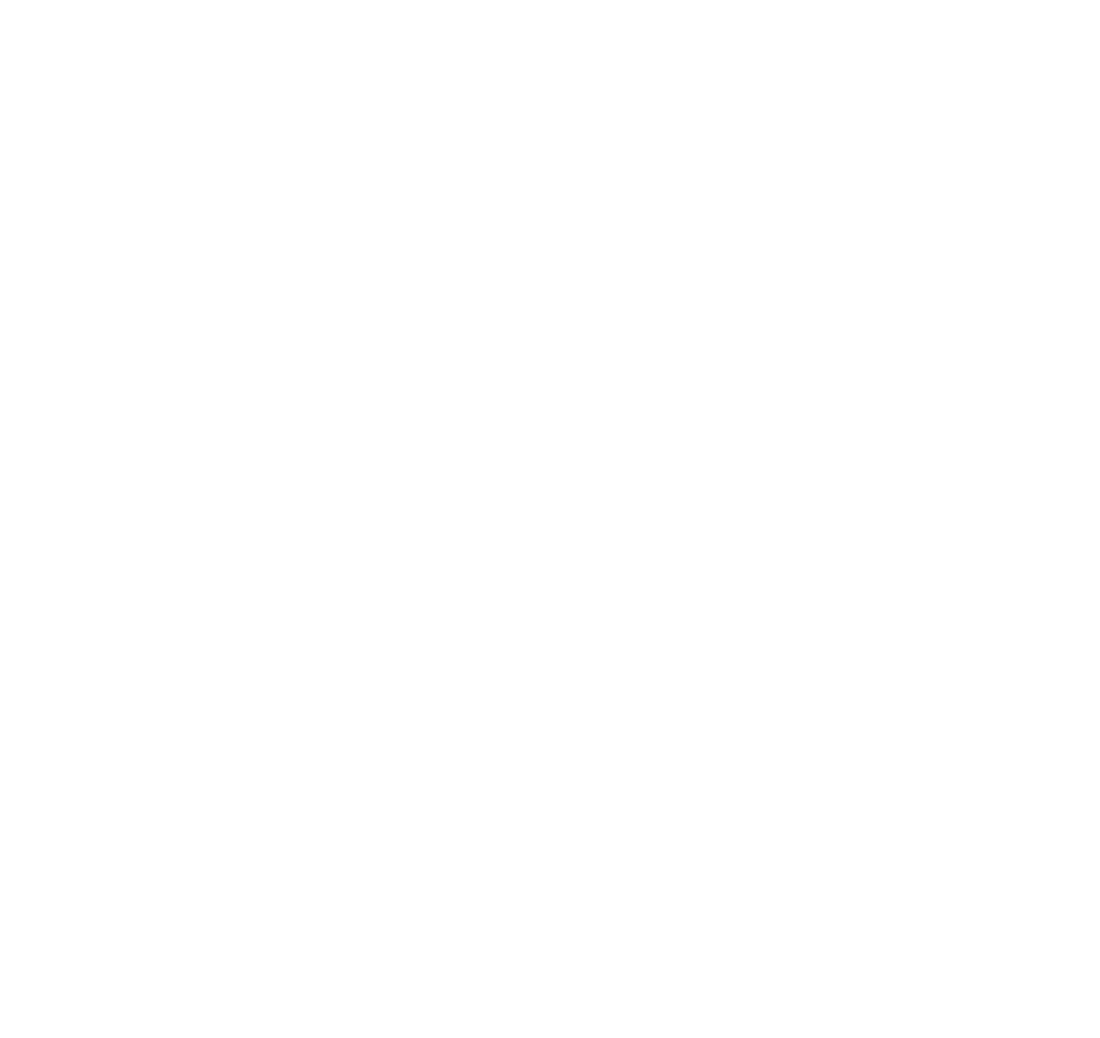 The image size is (1100, 1038). What do you see at coordinates (477, 162) in the screenshot?
I see `'Personal identification information Name, email address, phone number, social media platform references.'` at bounding box center [477, 162].